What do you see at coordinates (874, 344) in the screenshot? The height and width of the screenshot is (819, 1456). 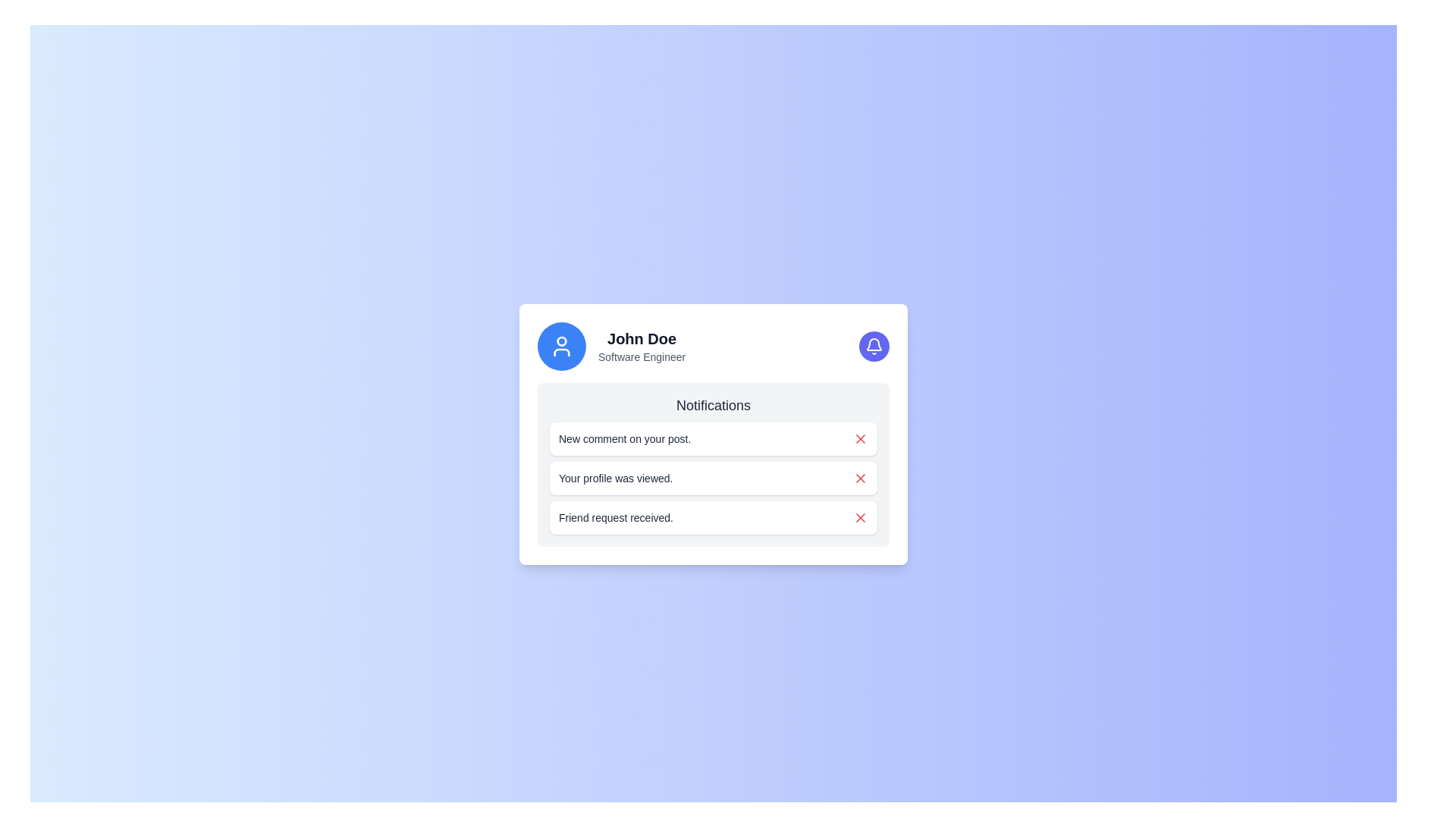 I see `the main body curve of the bell icon located in the top-right corner of the notification card, which visually represents notifications or alerts` at bounding box center [874, 344].